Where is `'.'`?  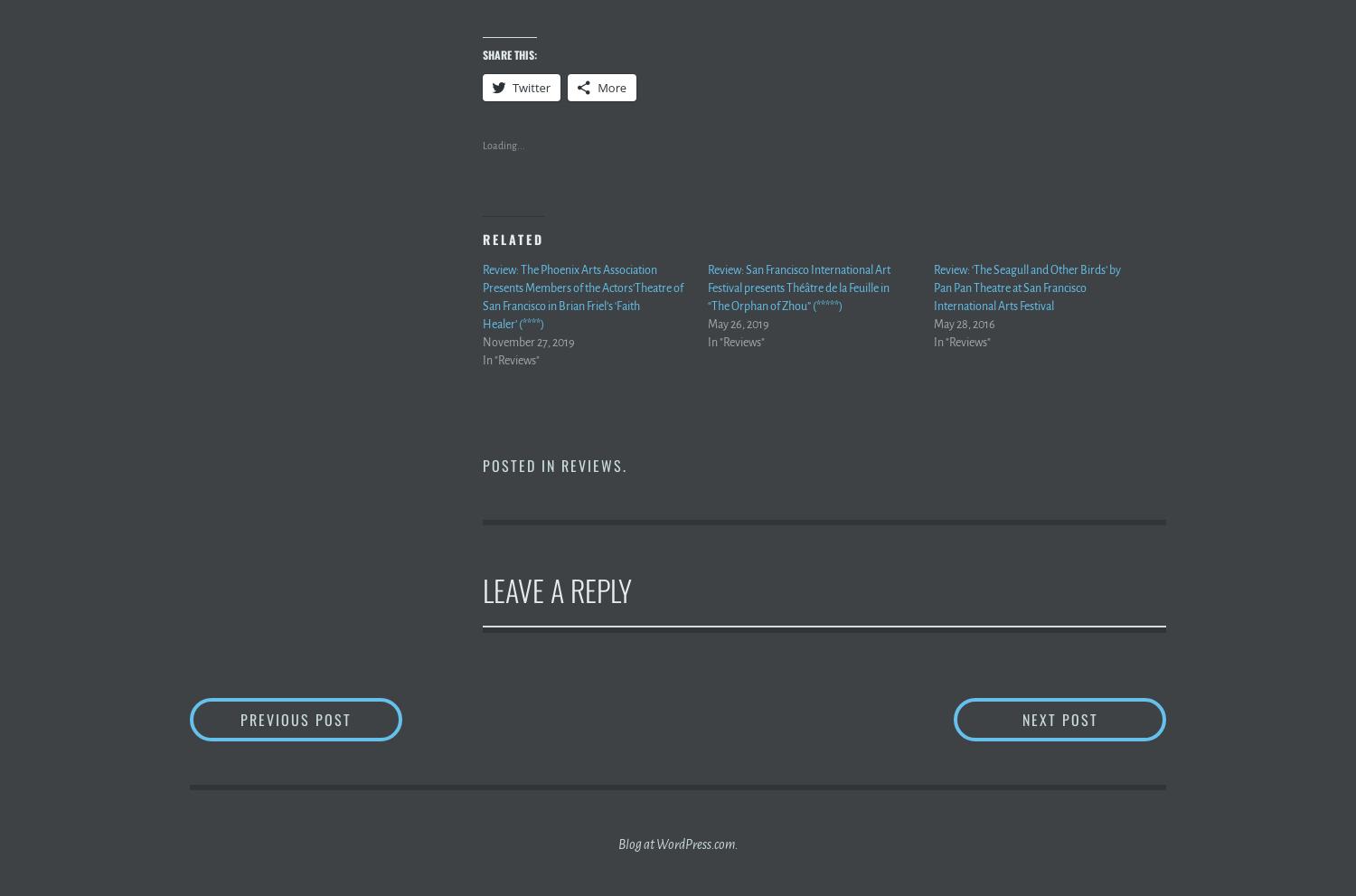
'.' is located at coordinates (624, 465).